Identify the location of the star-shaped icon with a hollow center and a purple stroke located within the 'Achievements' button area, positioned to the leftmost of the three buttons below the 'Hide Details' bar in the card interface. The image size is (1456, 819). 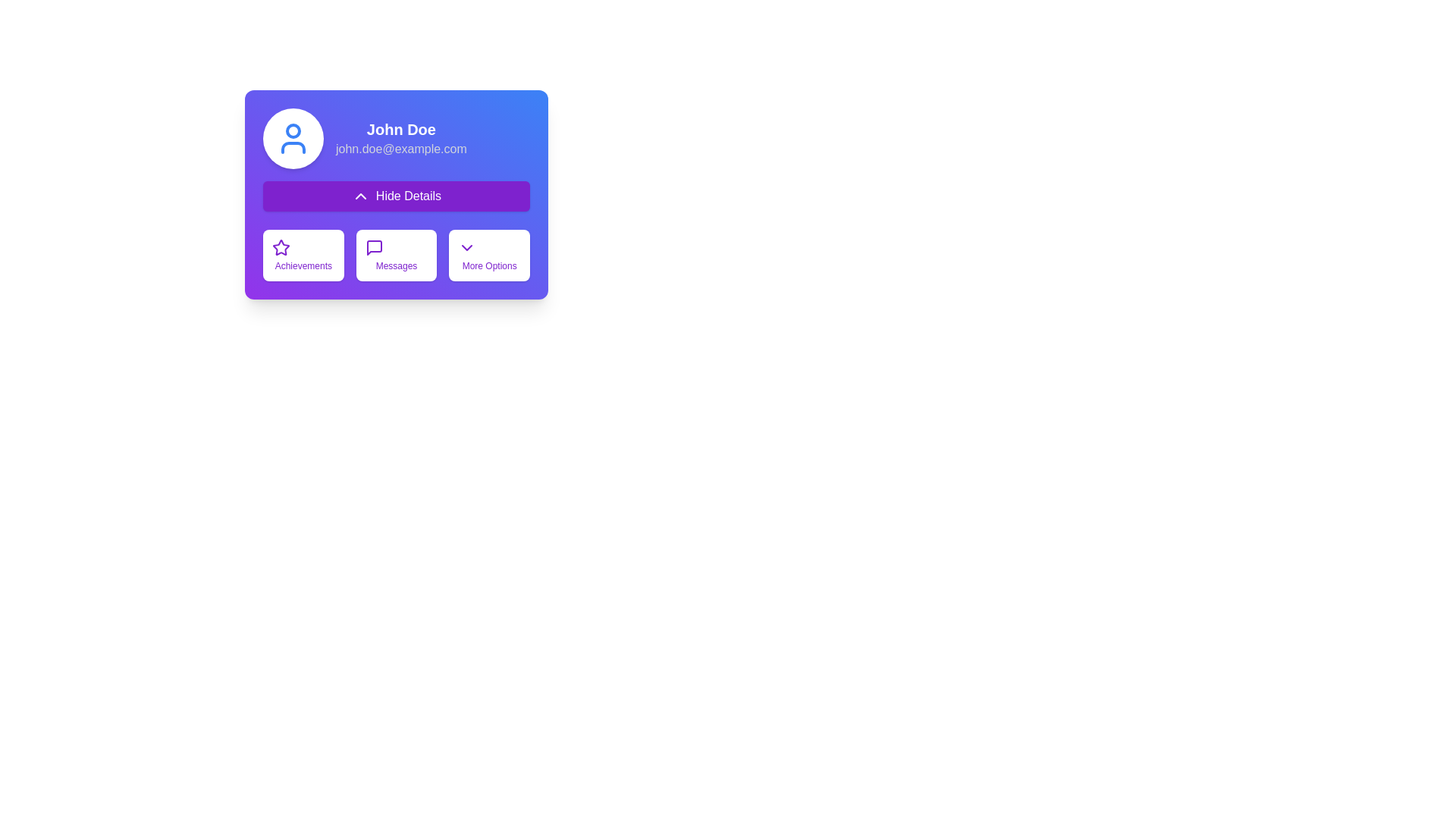
(281, 246).